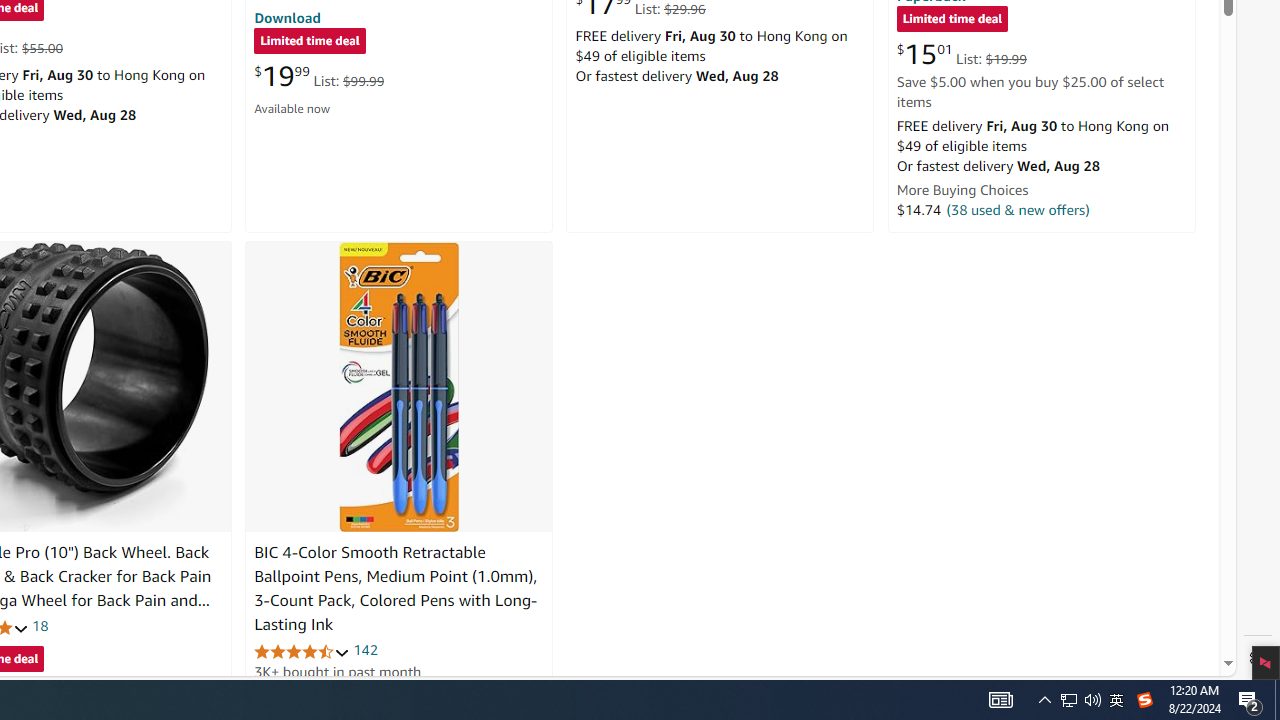 This screenshot has width=1280, height=720. I want to click on 'Download', so click(286, 17).